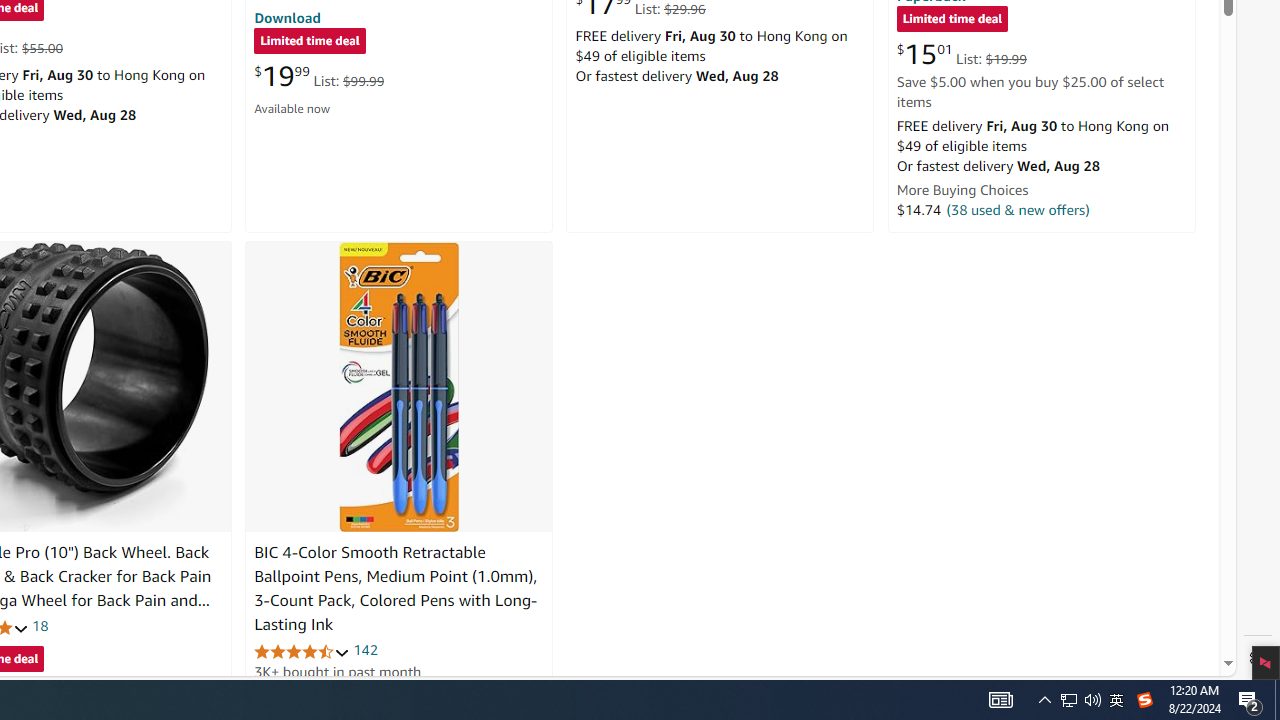 This screenshot has width=1280, height=720. I want to click on 'Download', so click(286, 17).